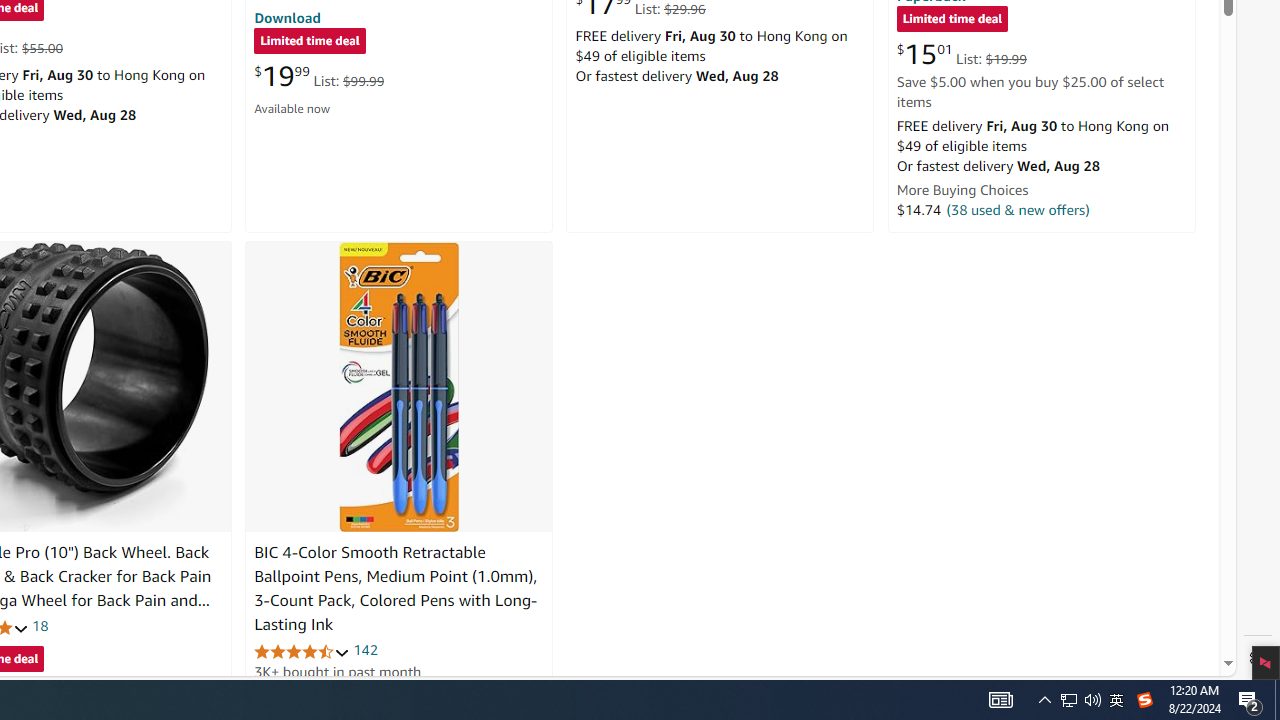 This screenshot has width=1280, height=720. I want to click on 'Download', so click(286, 17).